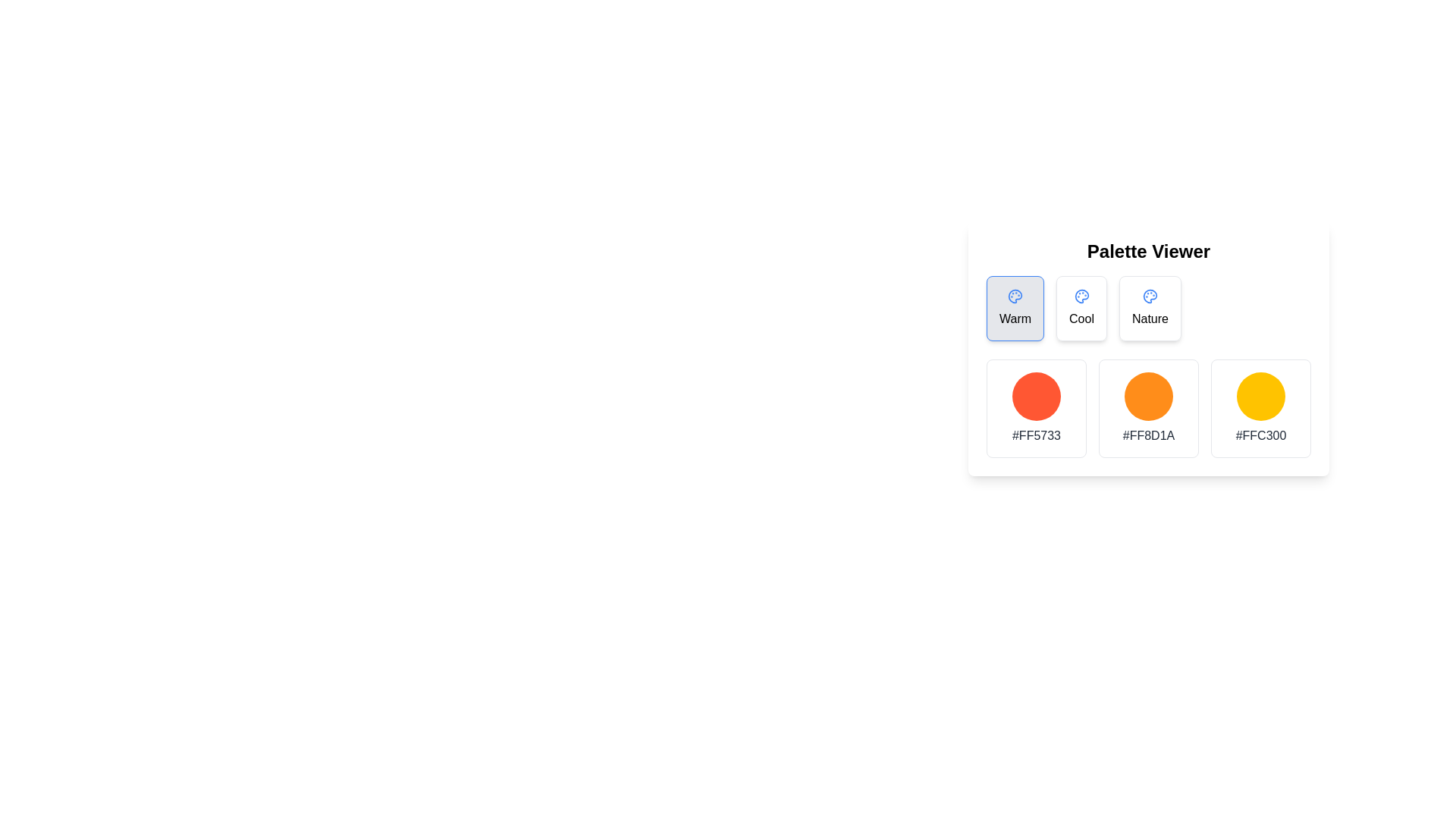 This screenshot has height=819, width=1456. Describe the element at coordinates (1149, 408) in the screenshot. I see `color information visually from the Card element displaying the color swatch in orange (#FF8D1A) and the corresponding color code '#FF8D1A'` at that location.